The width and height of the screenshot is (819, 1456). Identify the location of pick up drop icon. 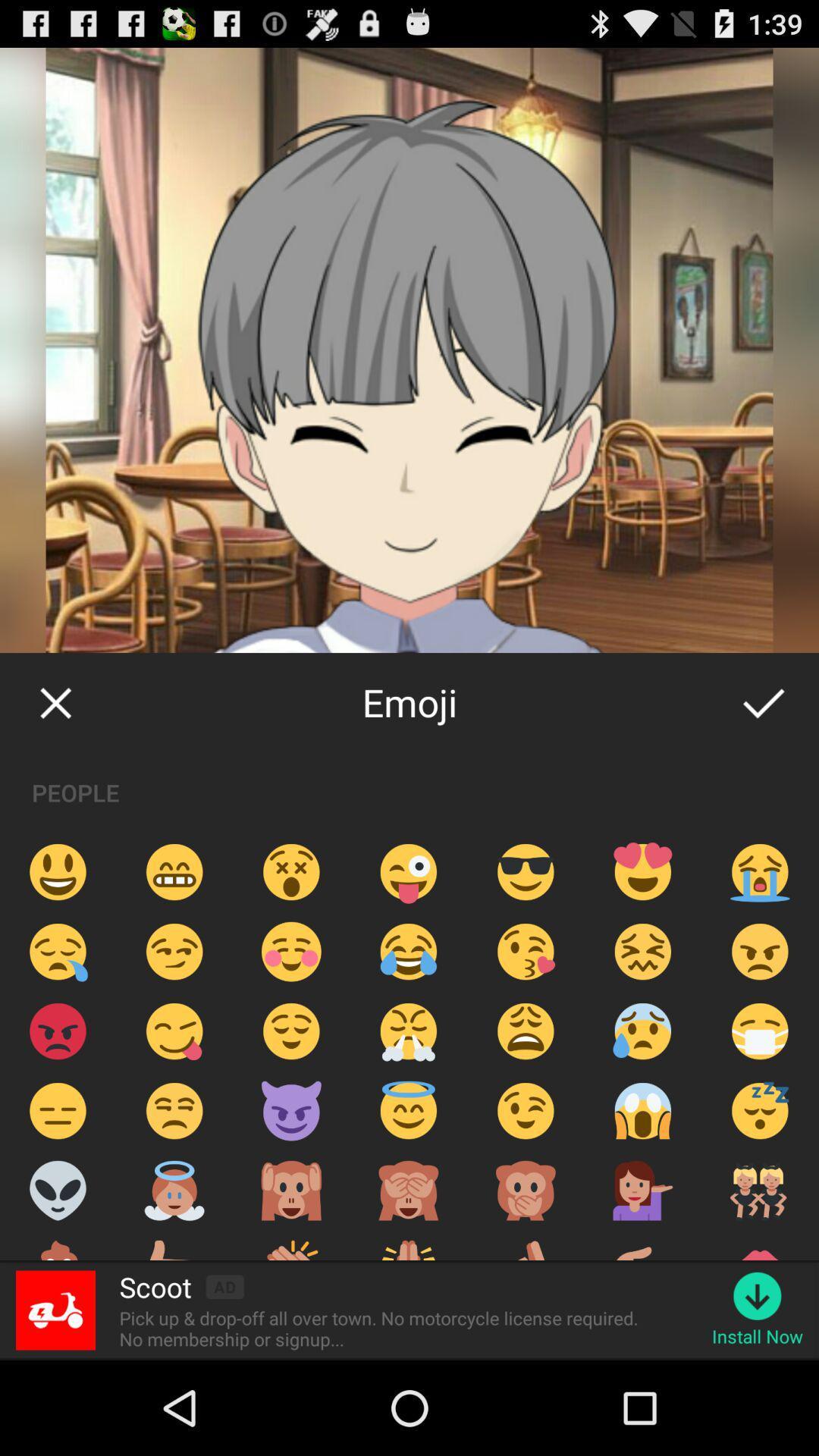
(383, 1328).